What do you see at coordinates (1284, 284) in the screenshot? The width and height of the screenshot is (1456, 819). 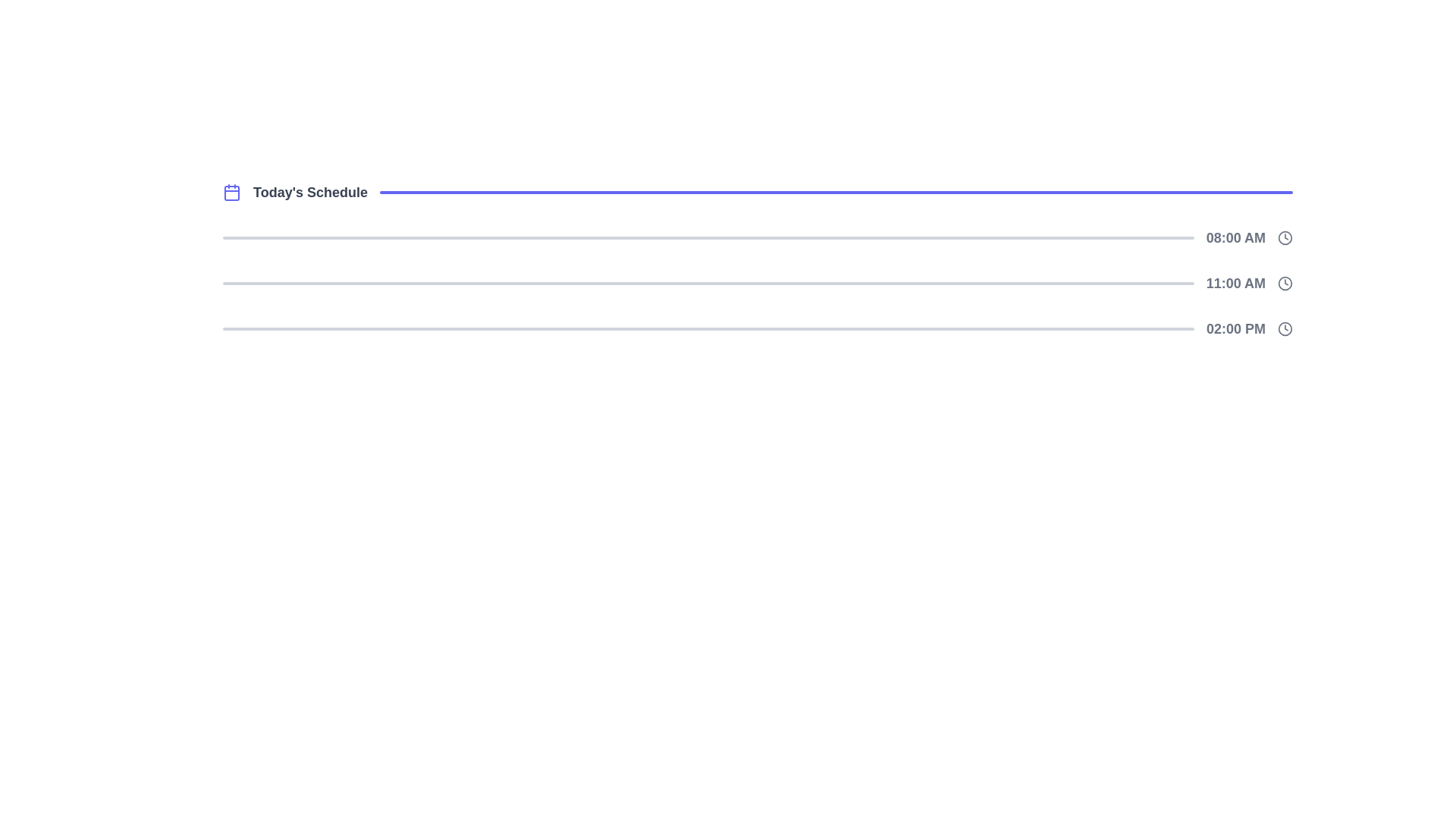 I see `the clock icon located at the far right of the row corresponding to '11:00 AM'` at bounding box center [1284, 284].